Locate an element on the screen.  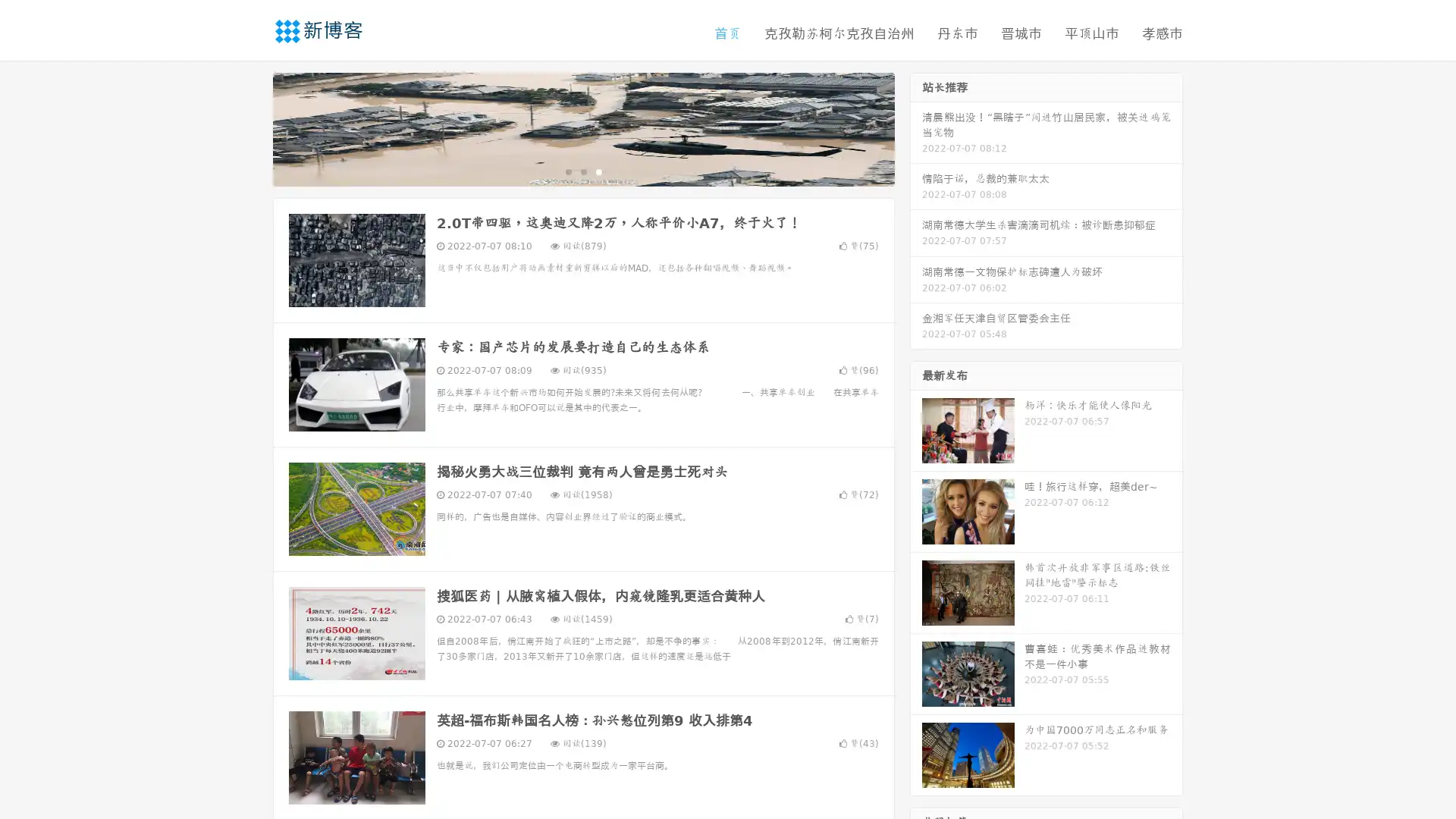
Go to slide 2 is located at coordinates (582, 171).